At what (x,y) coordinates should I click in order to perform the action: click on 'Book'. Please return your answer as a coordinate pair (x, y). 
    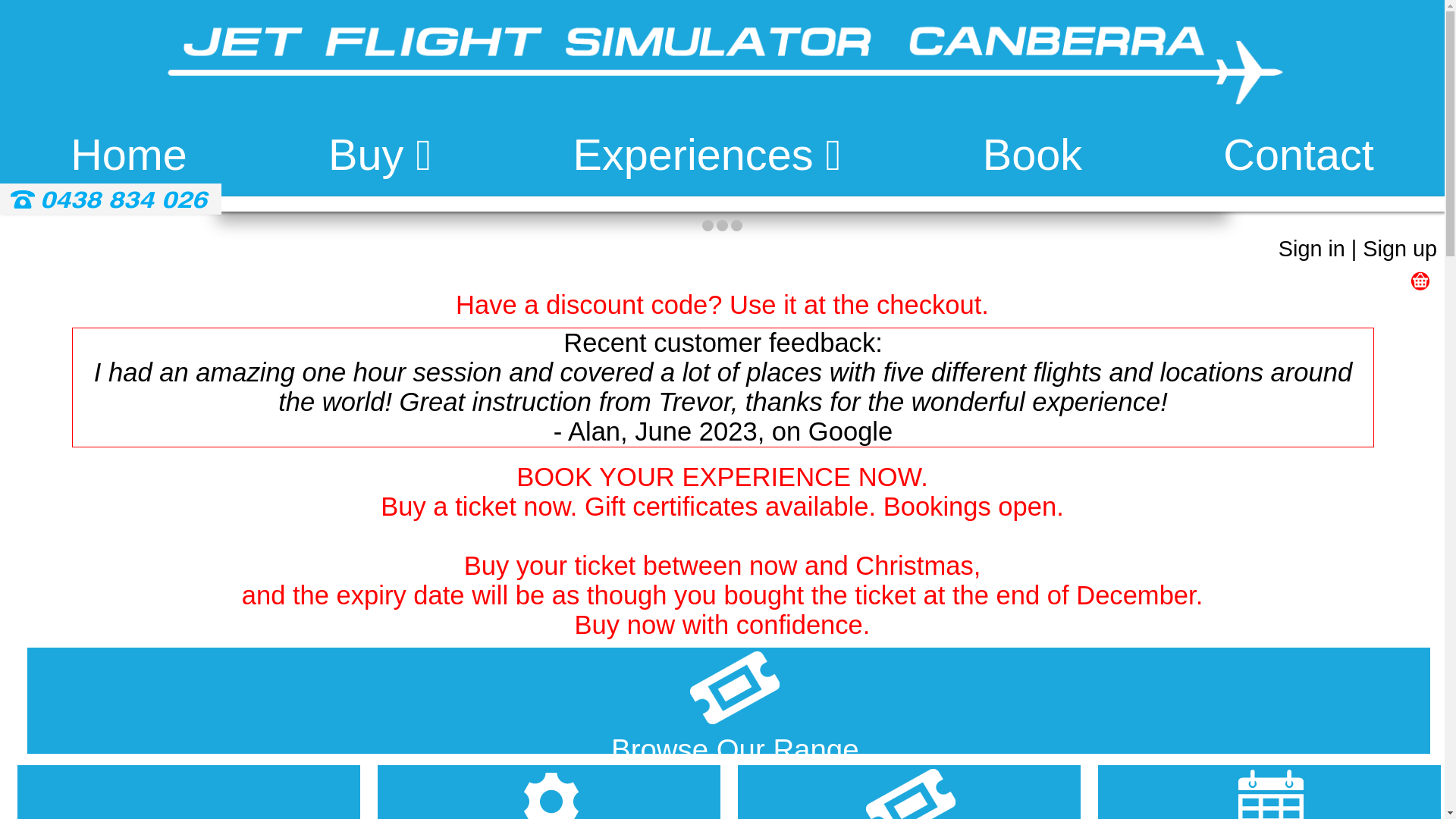
    Looking at the image, I should click on (983, 156).